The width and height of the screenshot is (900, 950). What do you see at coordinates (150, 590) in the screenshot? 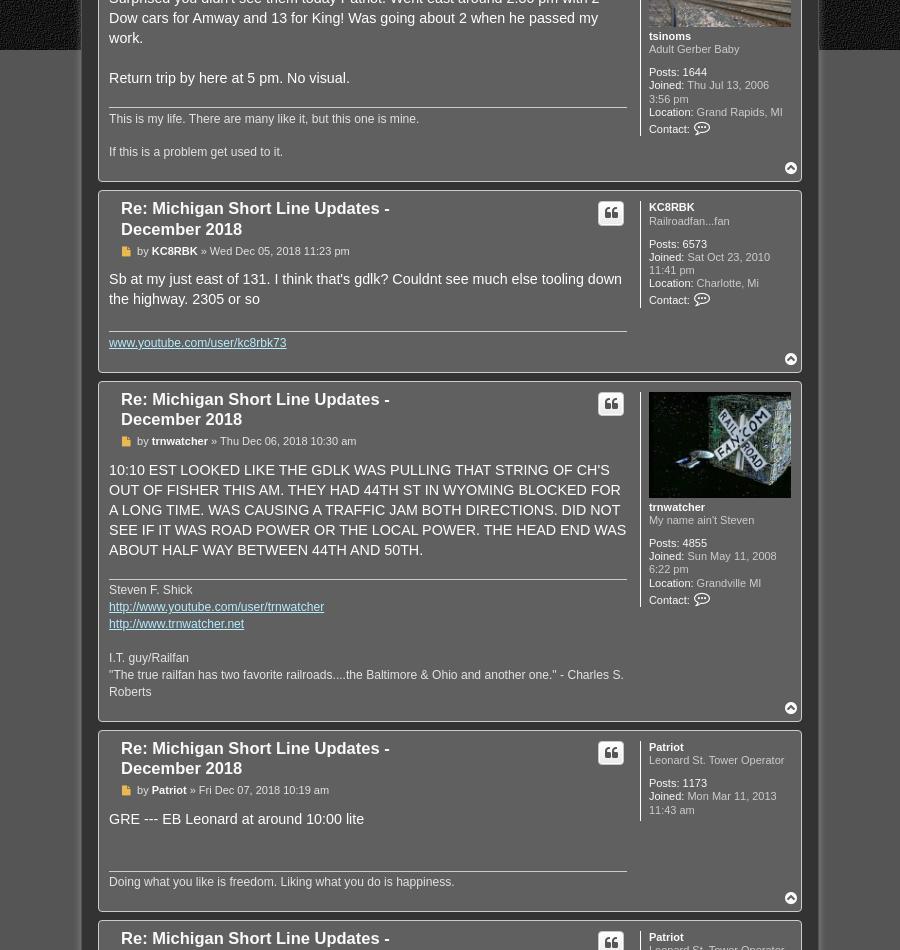
I see `'Steven F. Shick'` at bounding box center [150, 590].